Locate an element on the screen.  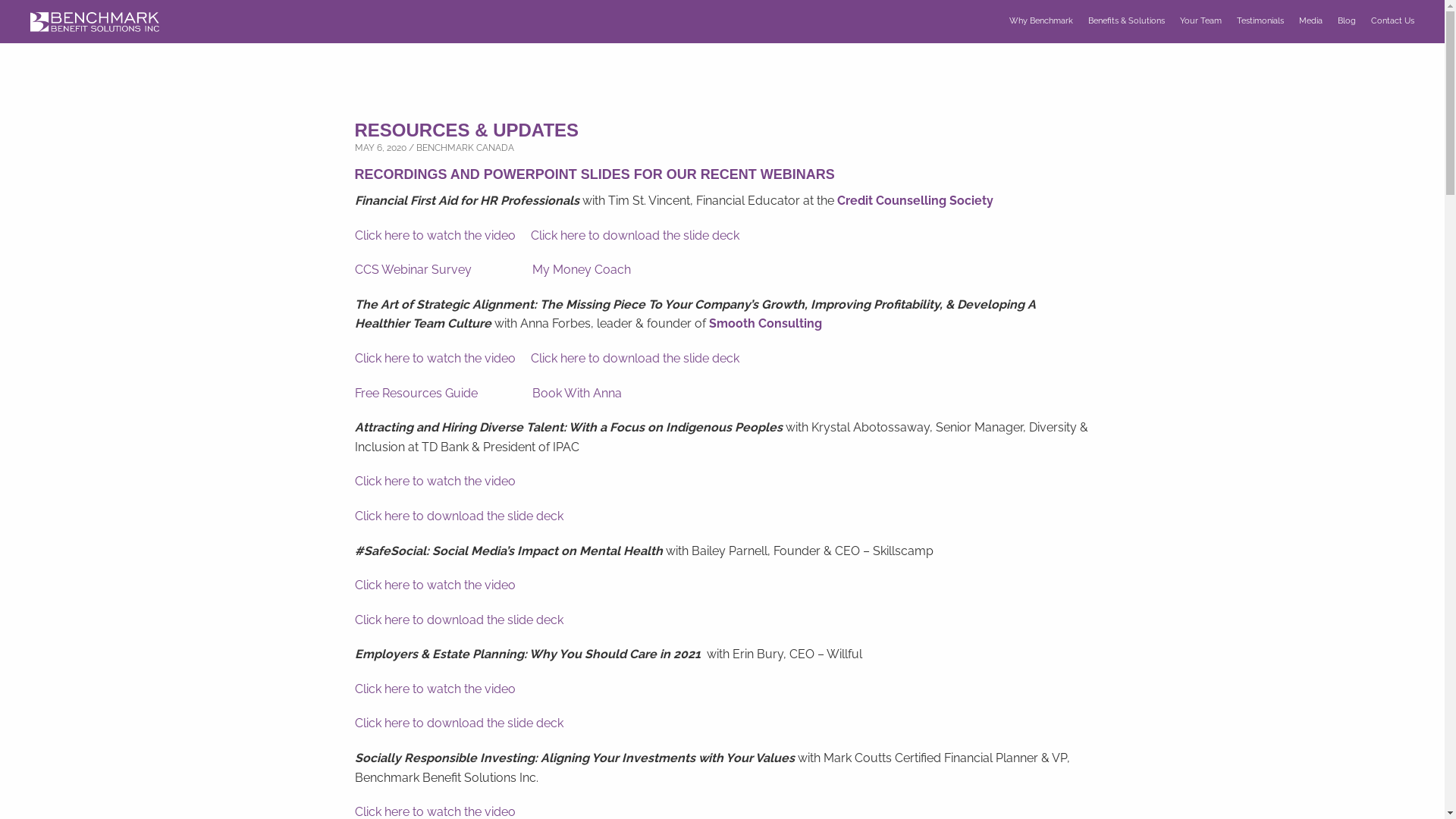
'Benefits & Solutions' is located at coordinates (1126, 20).